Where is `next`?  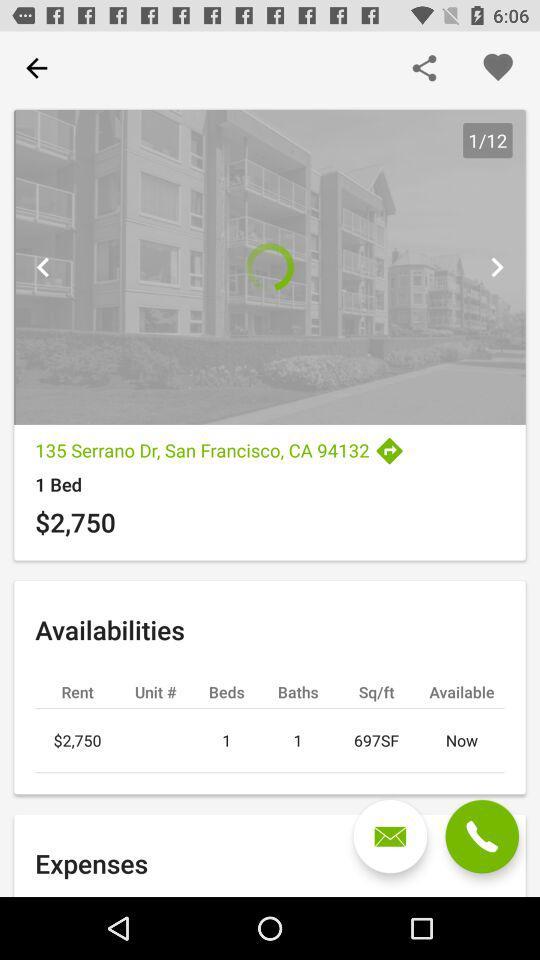 next is located at coordinates (495, 266).